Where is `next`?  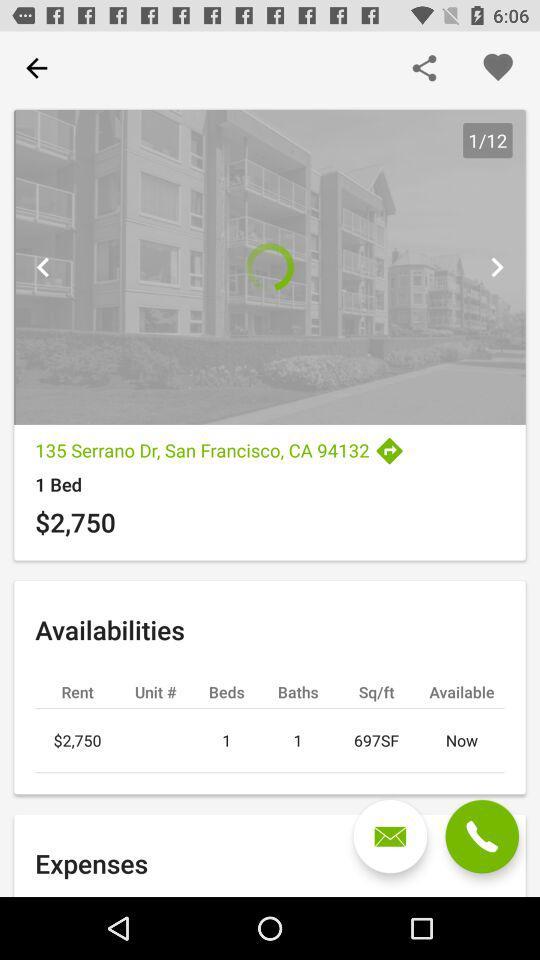 next is located at coordinates (495, 266).